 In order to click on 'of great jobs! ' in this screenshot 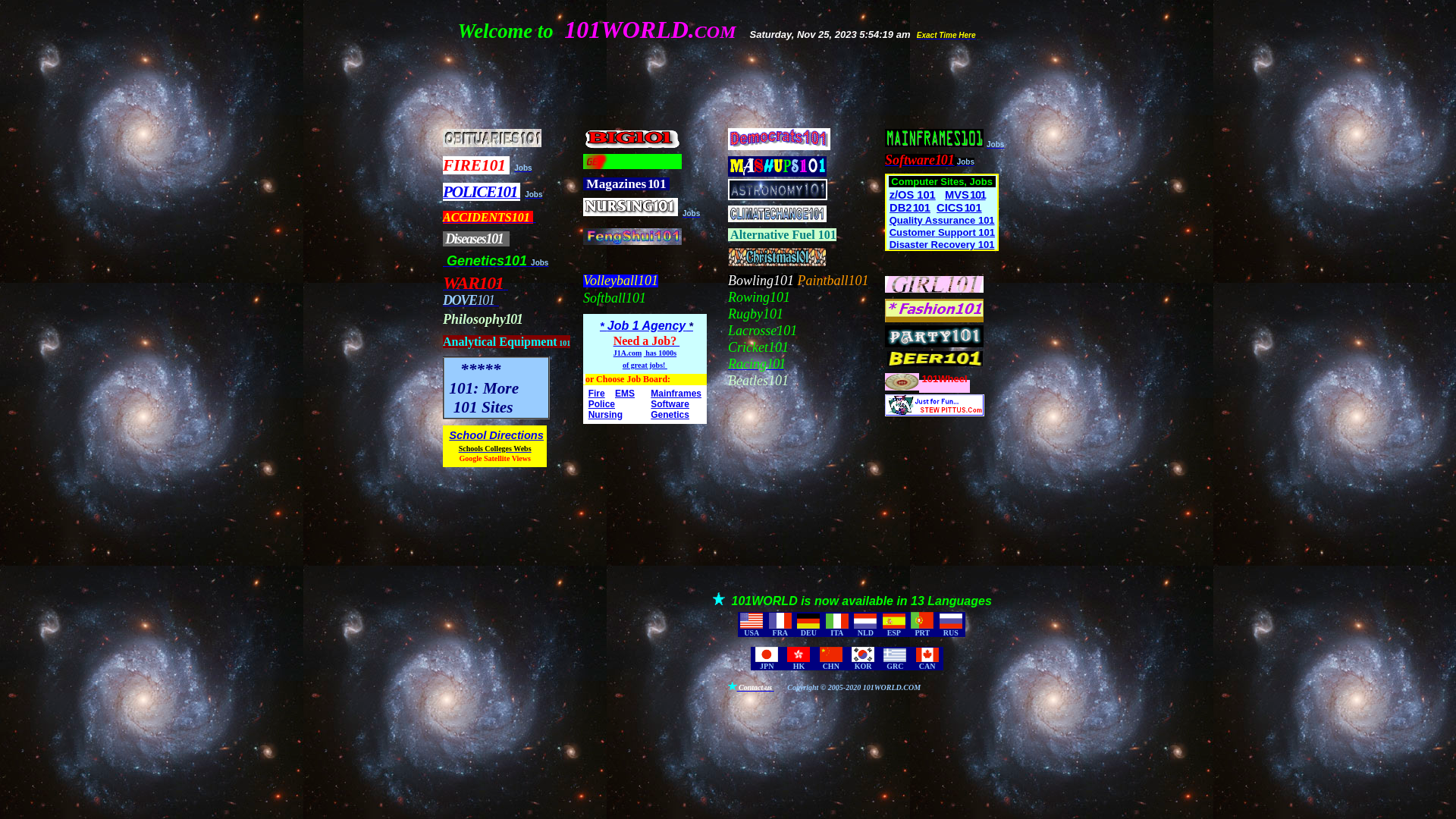, I will do `click(622, 365)`.